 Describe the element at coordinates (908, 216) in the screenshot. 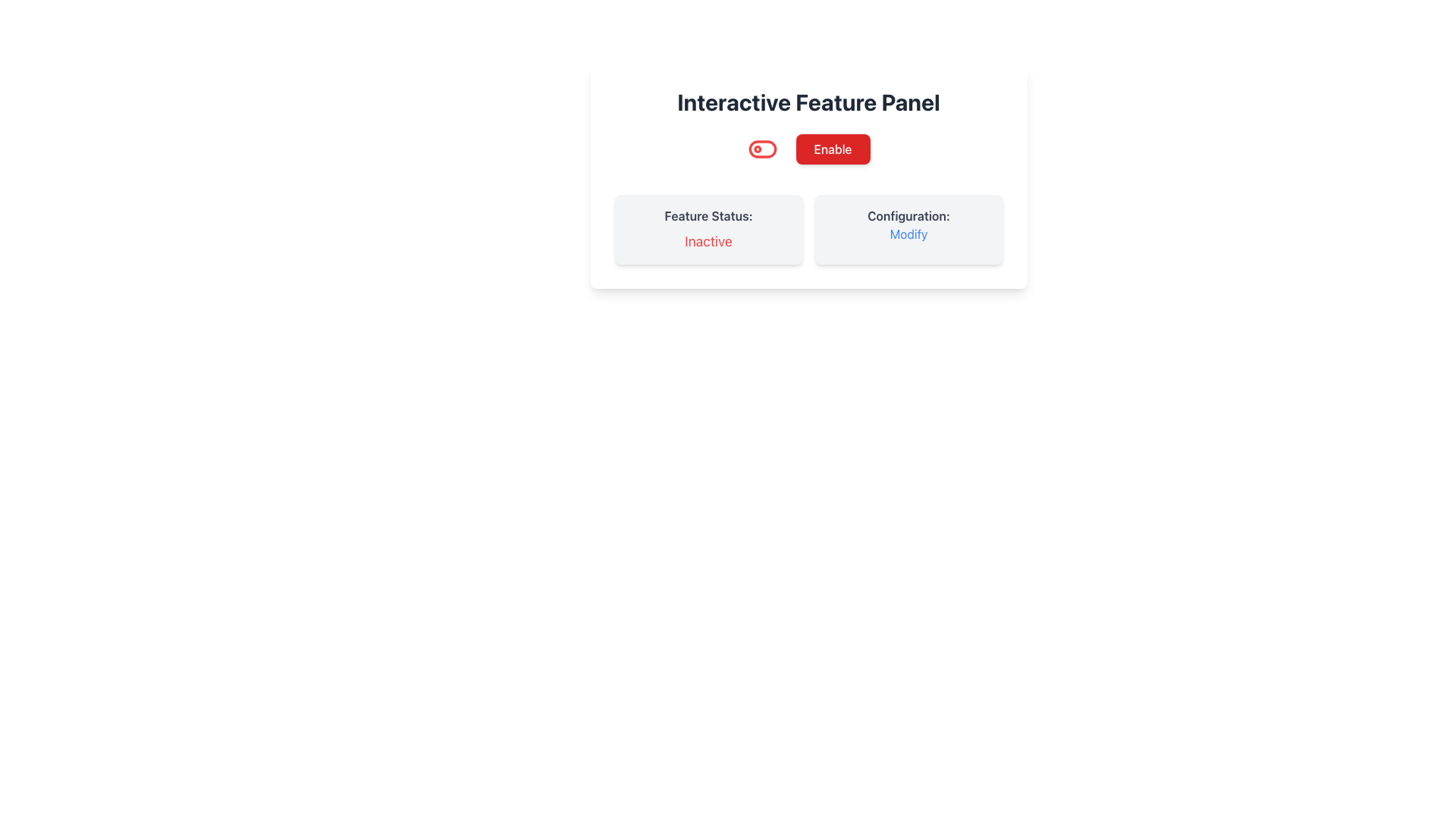

I see `the label located in the upper part of the bottom-right panel, which indicates the function or context of the adjacent 'Modify' link` at that location.